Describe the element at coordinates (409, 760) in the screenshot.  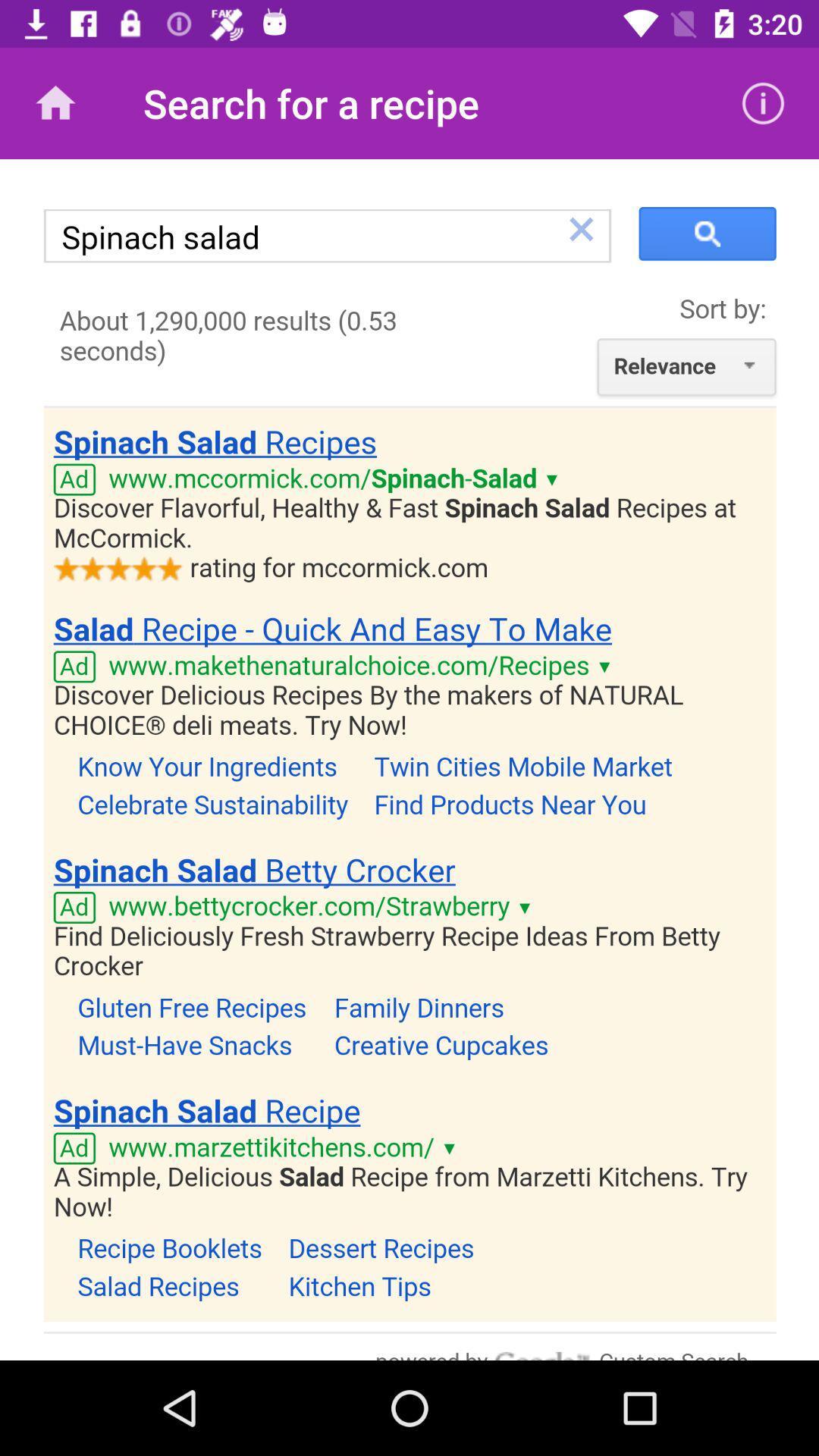
I see `review results` at that location.